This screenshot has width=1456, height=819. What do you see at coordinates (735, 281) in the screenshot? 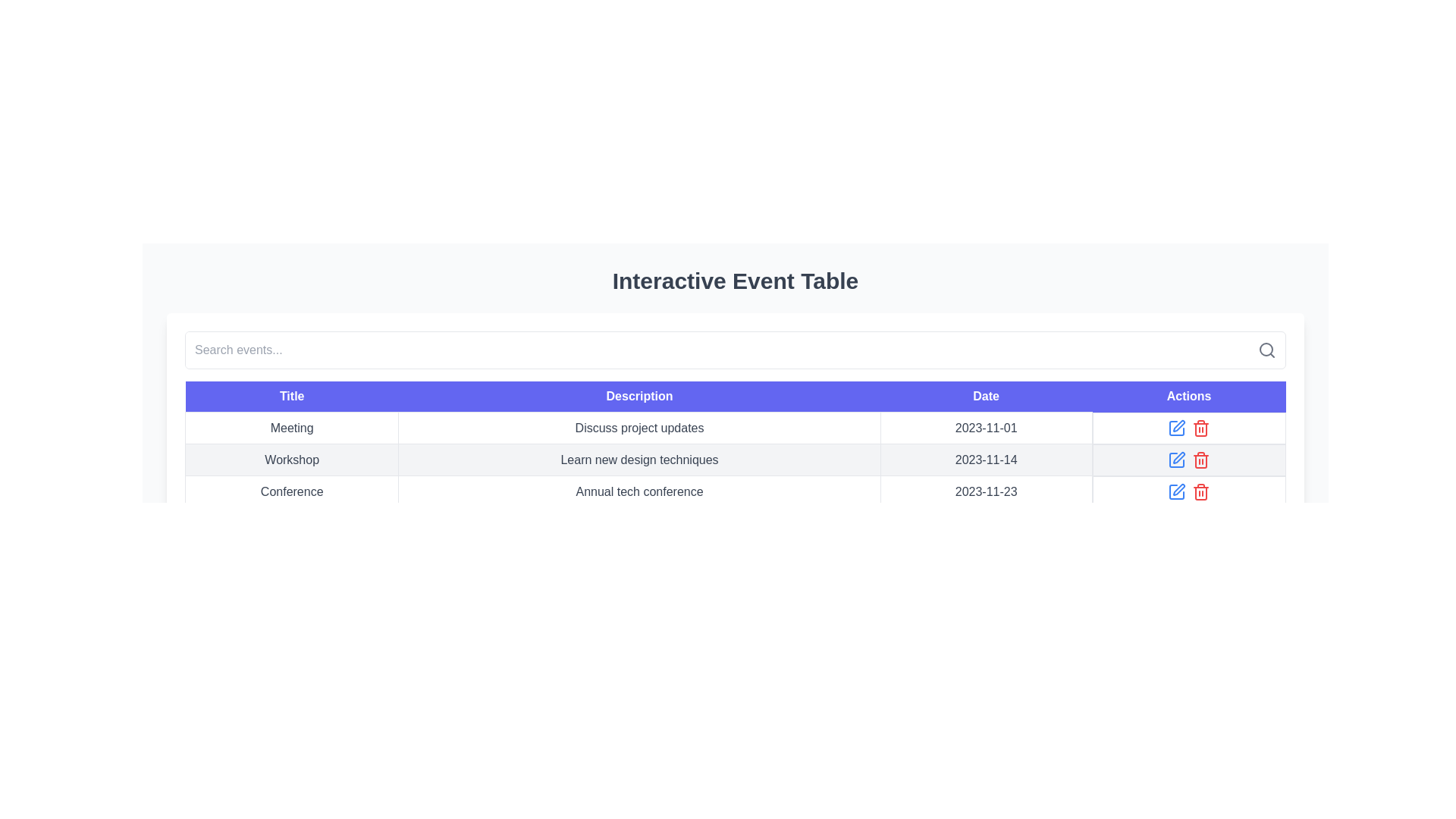
I see `the header element with the text 'Interactive Event Table', which is styled in bold, extra-large font and is center-aligned at the top of the layout` at bounding box center [735, 281].